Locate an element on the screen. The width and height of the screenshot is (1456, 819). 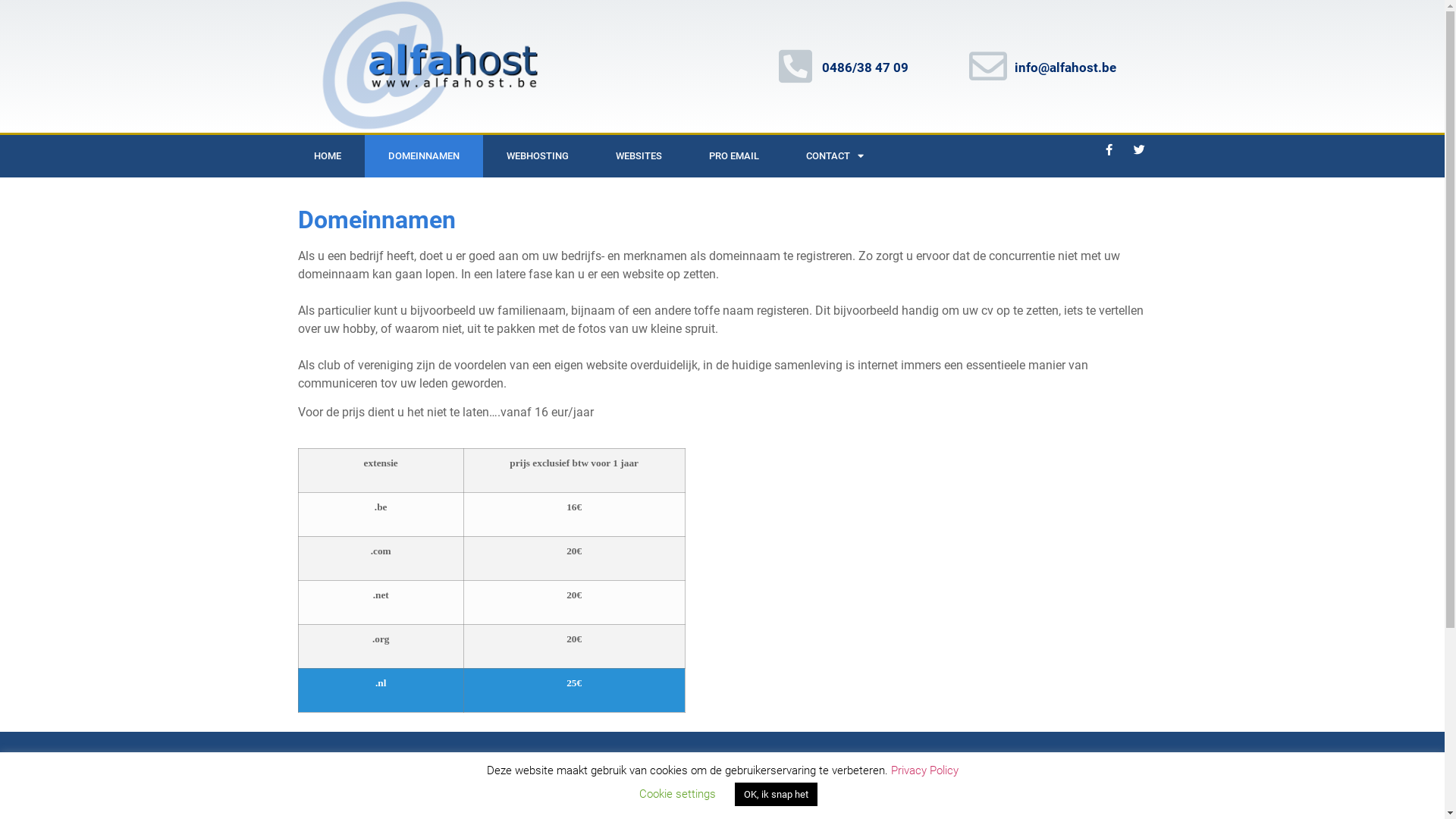
'HOME' is located at coordinates (326, 155).